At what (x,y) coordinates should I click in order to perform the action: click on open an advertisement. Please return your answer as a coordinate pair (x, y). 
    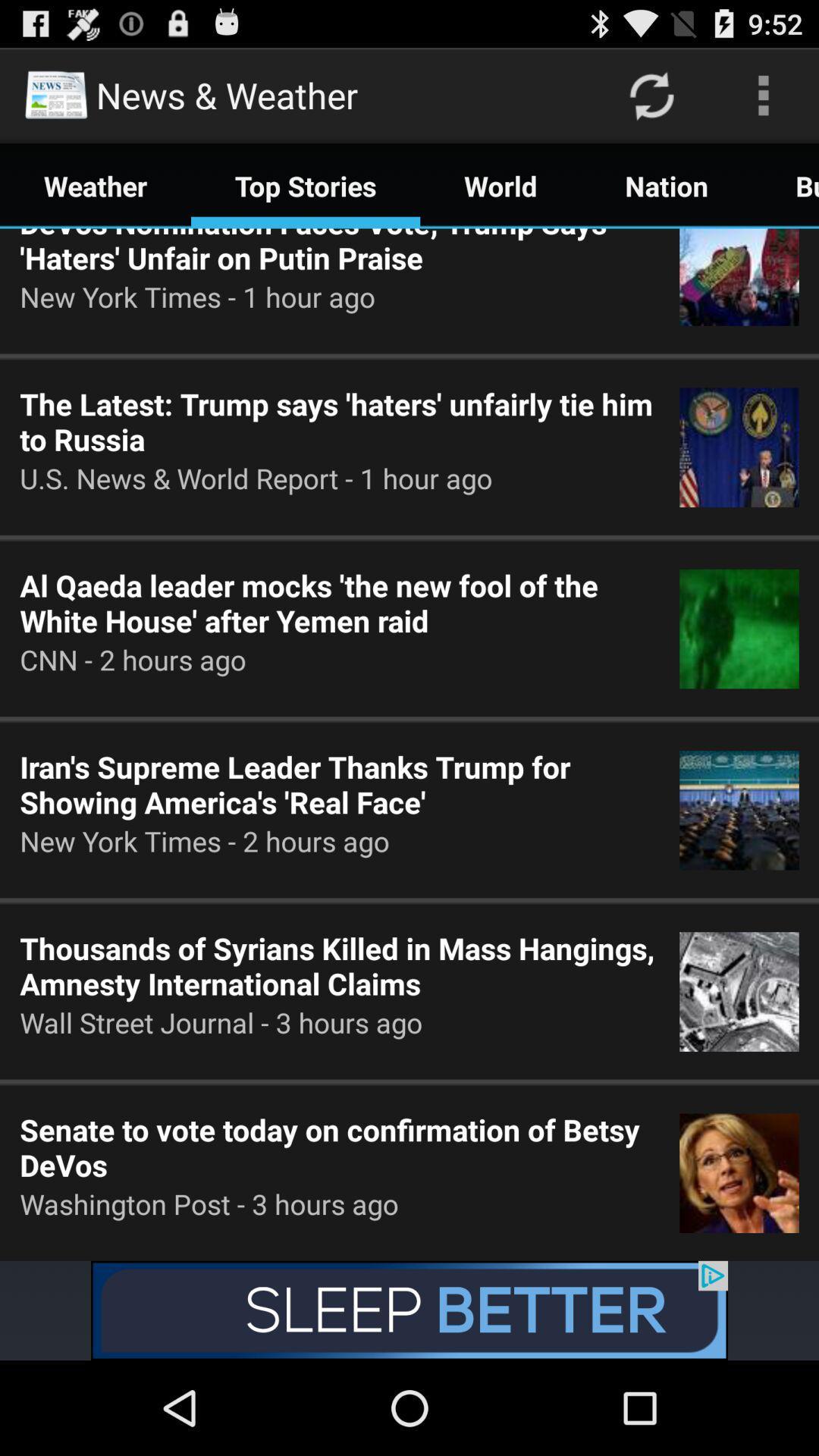
    Looking at the image, I should click on (409, 1310).